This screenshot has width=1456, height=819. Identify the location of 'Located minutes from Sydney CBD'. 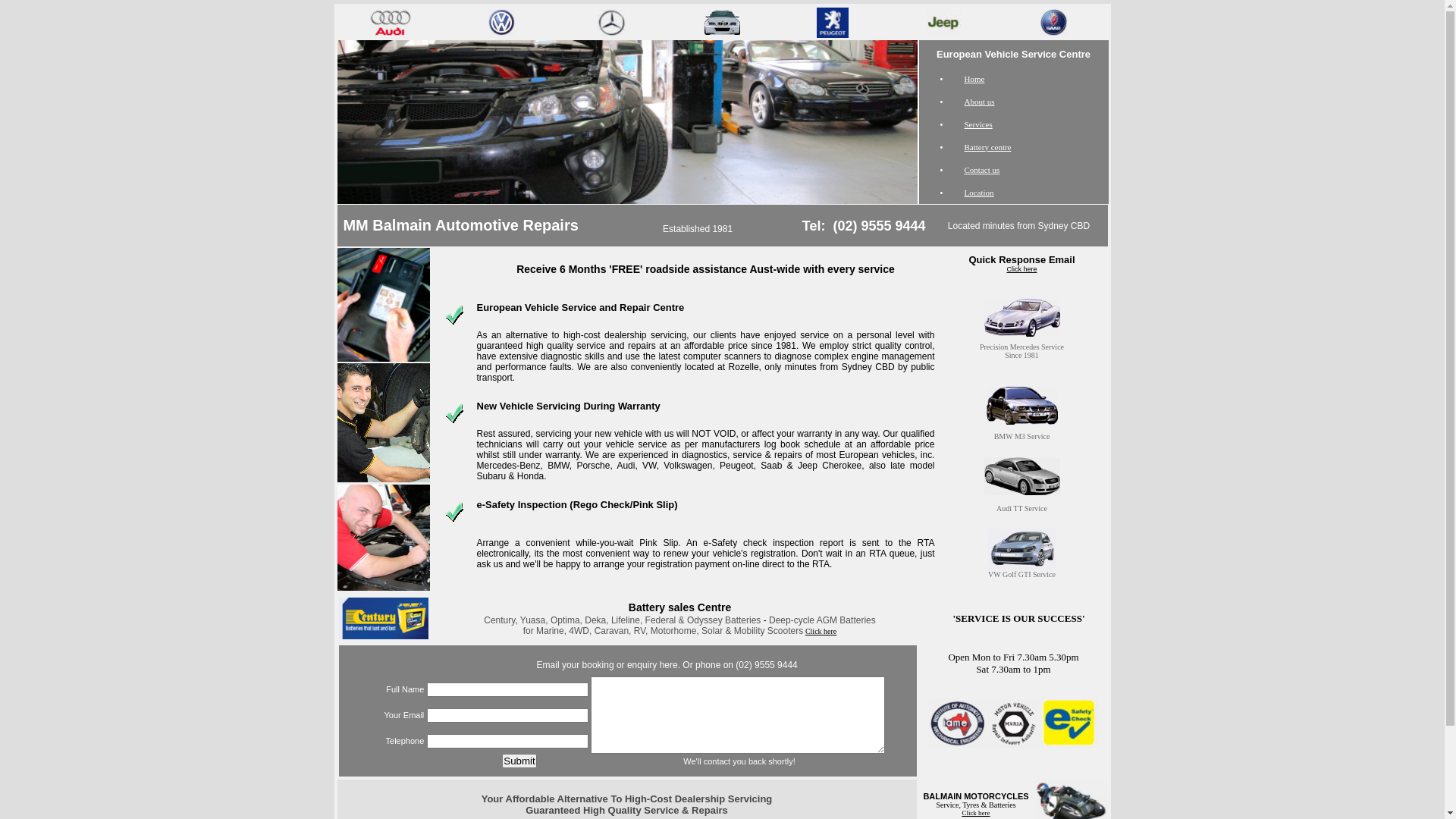
(1018, 225).